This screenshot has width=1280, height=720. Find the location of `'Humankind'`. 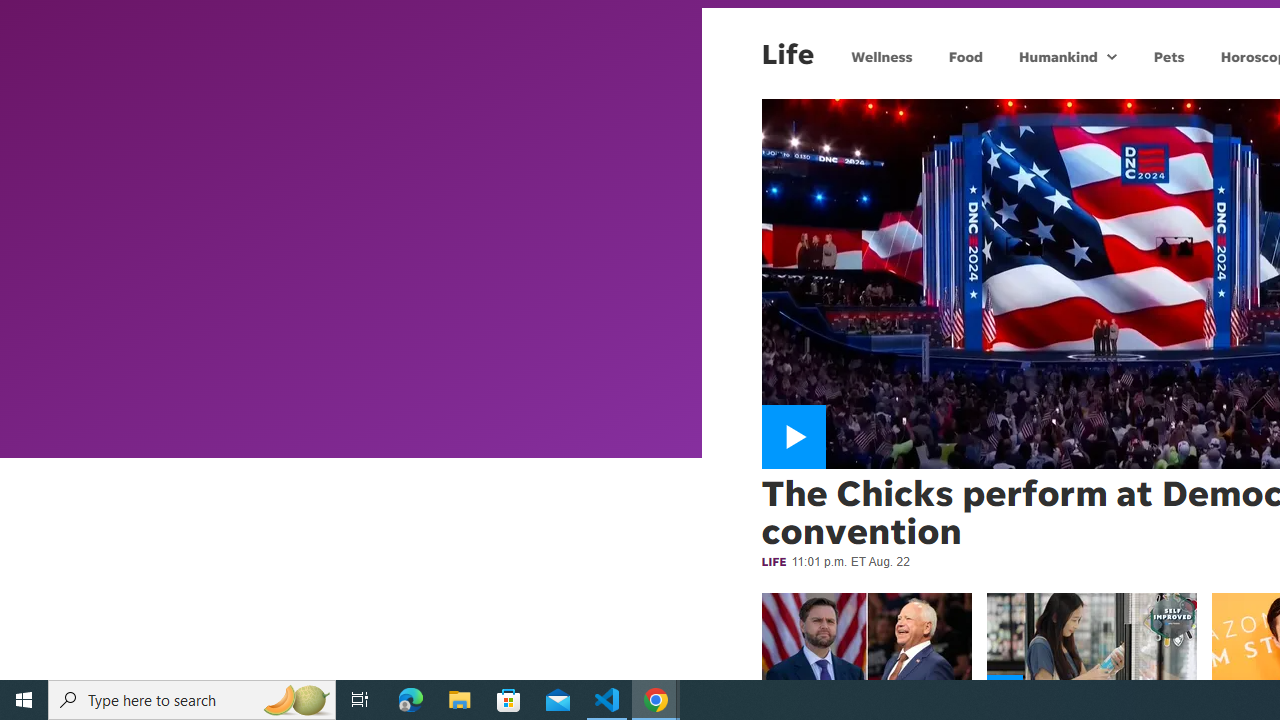

'Humankind' is located at coordinates (1055, 55).